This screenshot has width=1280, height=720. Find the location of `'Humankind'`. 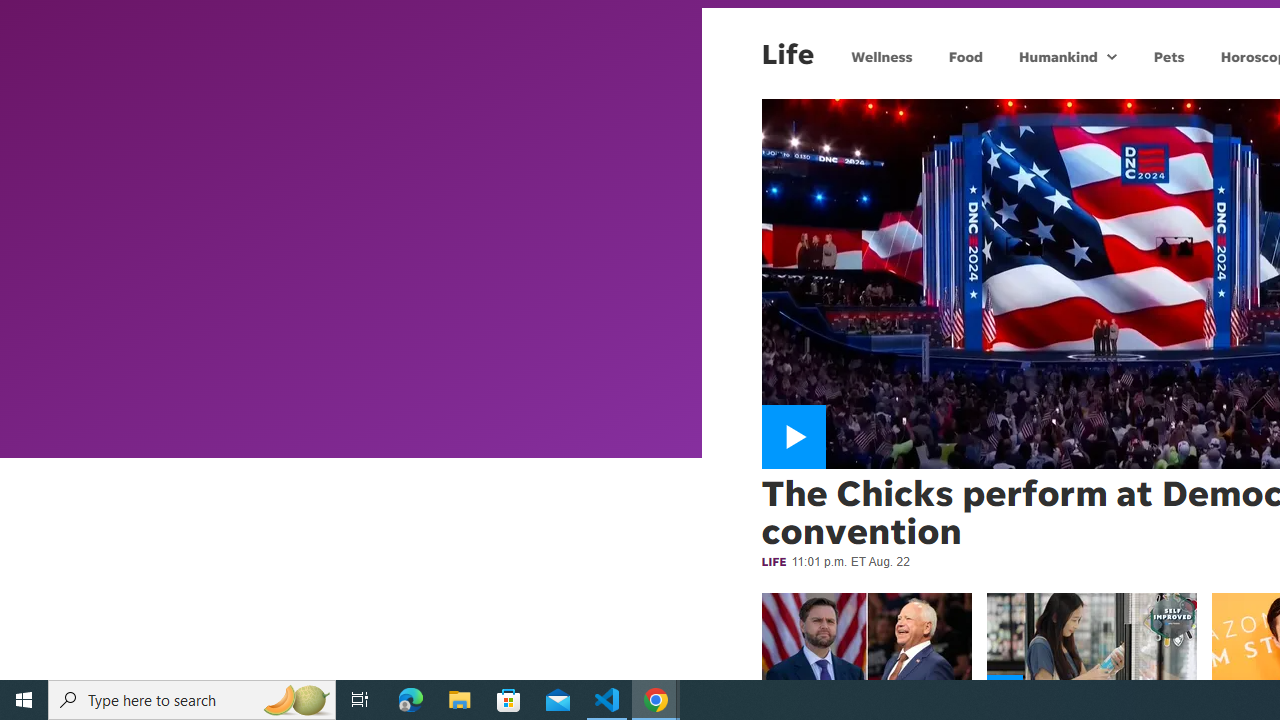

'Humankind' is located at coordinates (1055, 55).